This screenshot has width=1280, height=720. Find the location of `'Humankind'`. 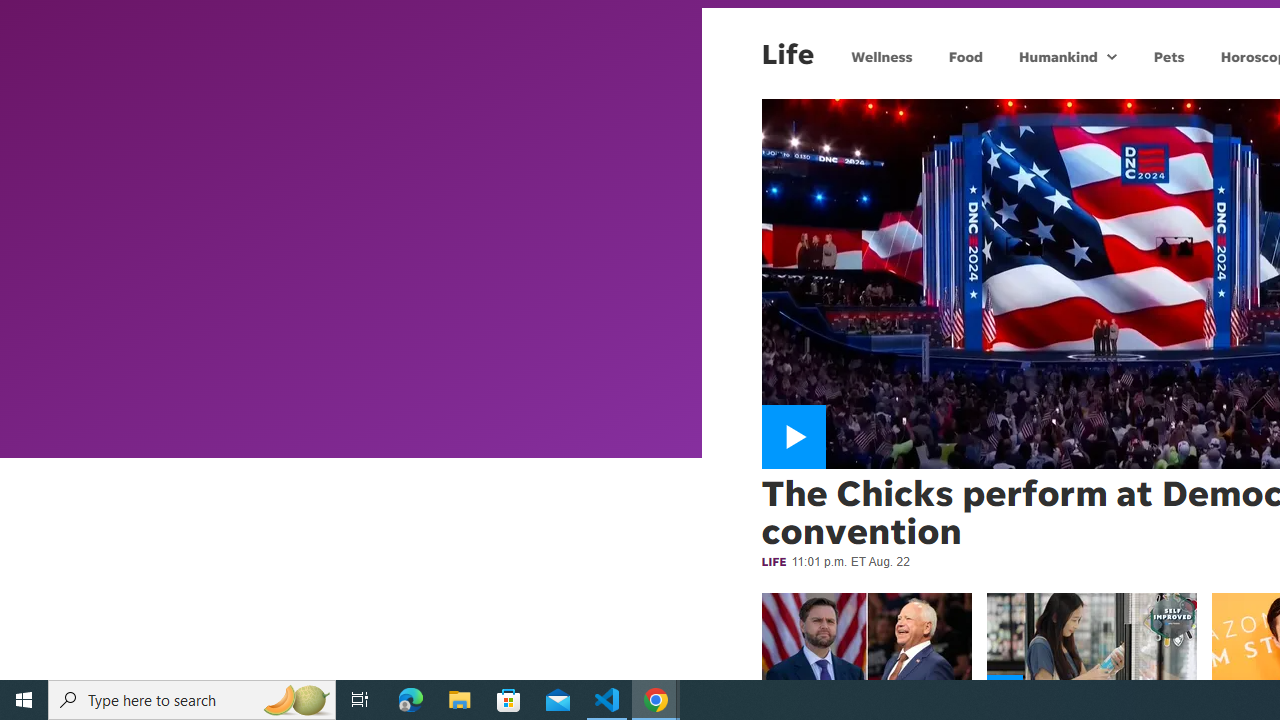

'Humankind' is located at coordinates (1055, 55).